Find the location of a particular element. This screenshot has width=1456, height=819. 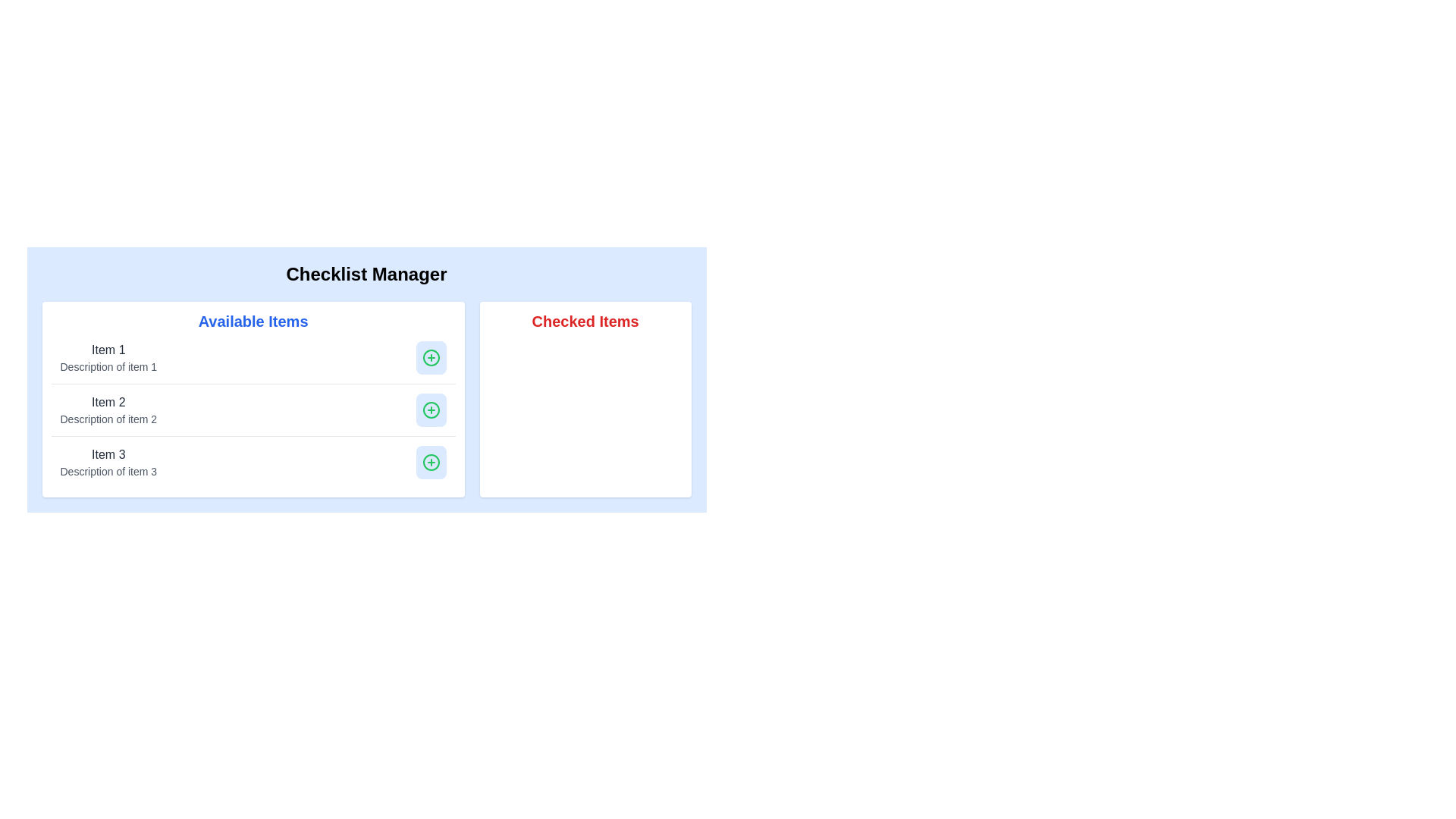

text displayed for the first item titled 'Item 1' in the 'Available Items' section of the 'Checklist Manager' interface is located at coordinates (108, 357).